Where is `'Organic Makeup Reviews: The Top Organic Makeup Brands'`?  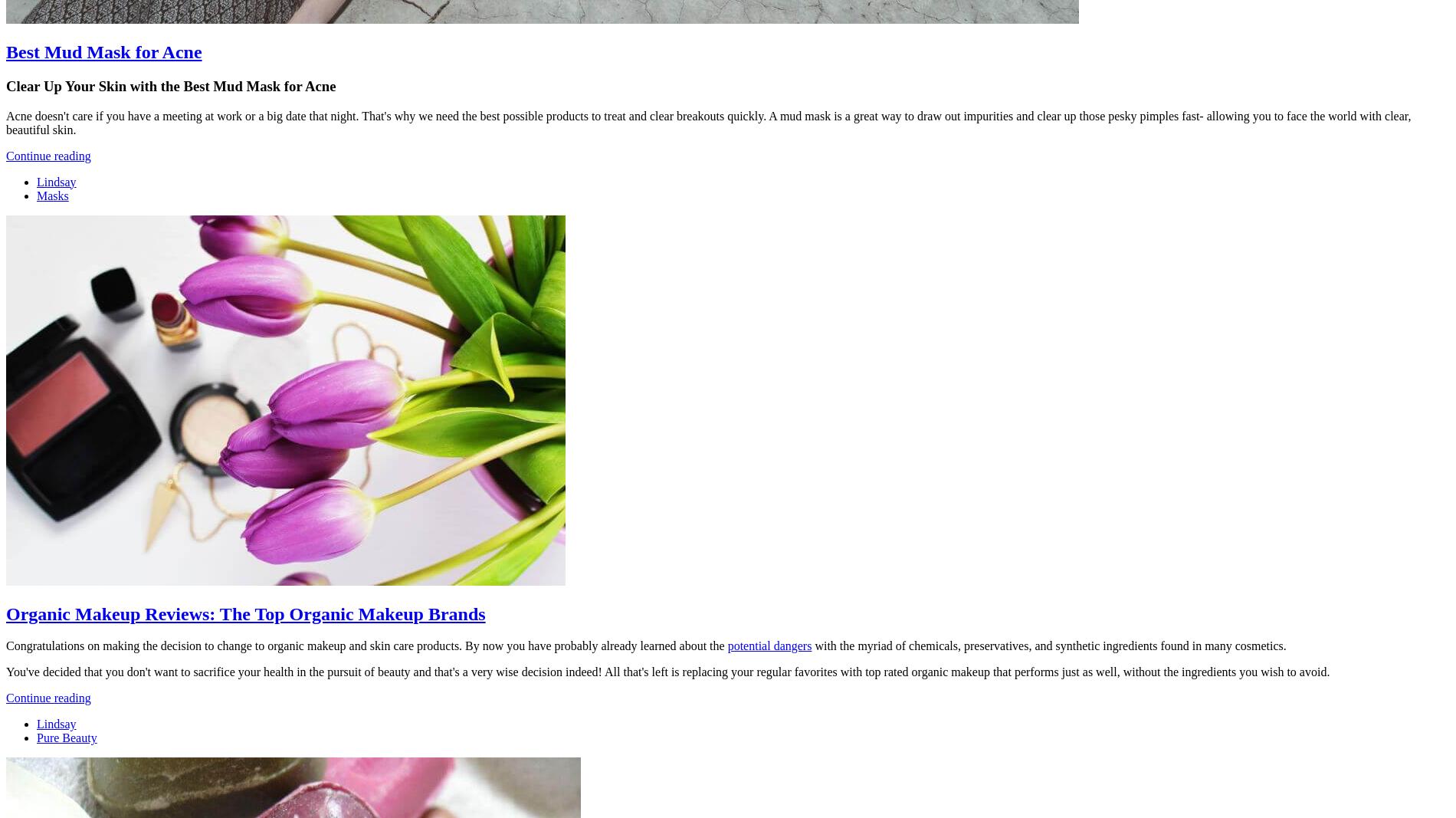
'Organic Makeup Reviews: The Top Organic Makeup Brands' is located at coordinates (244, 613).